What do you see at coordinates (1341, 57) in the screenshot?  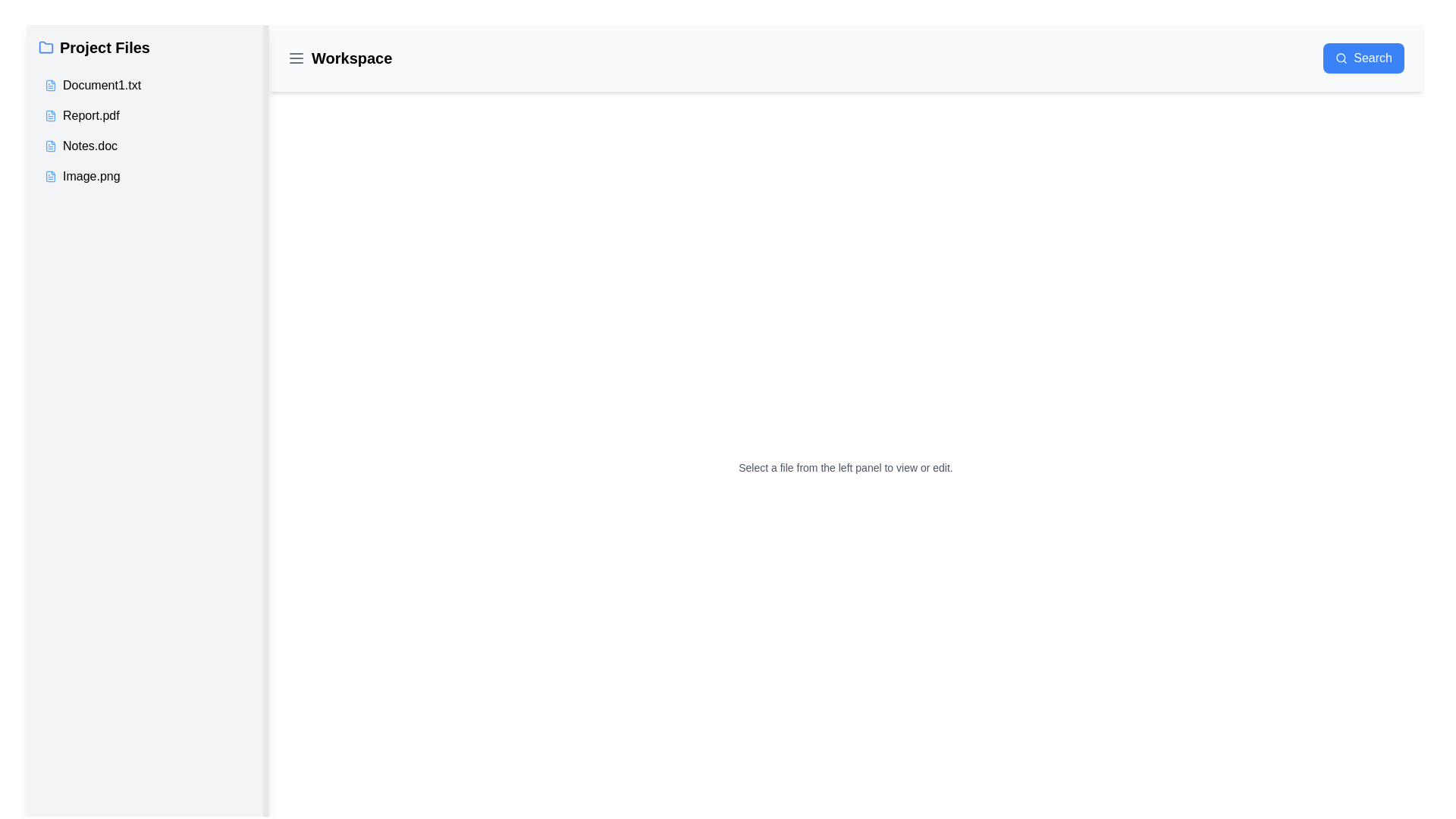 I see `the small circular element of the magnifying glass icon, which represents the 'Search' functionality in the user interface` at bounding box center [1341, 57].